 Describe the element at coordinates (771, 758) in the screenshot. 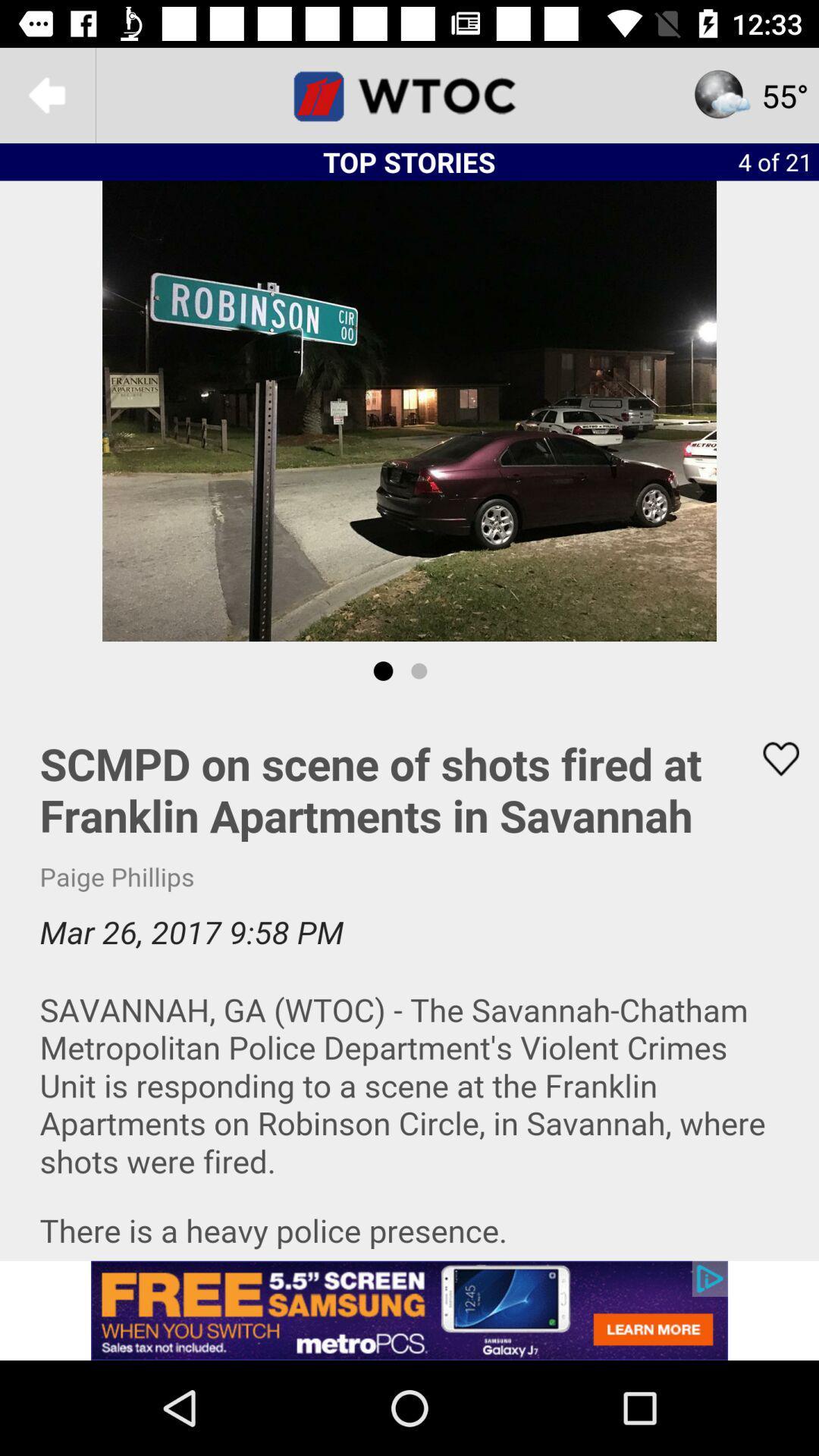

I see `article` at that location.